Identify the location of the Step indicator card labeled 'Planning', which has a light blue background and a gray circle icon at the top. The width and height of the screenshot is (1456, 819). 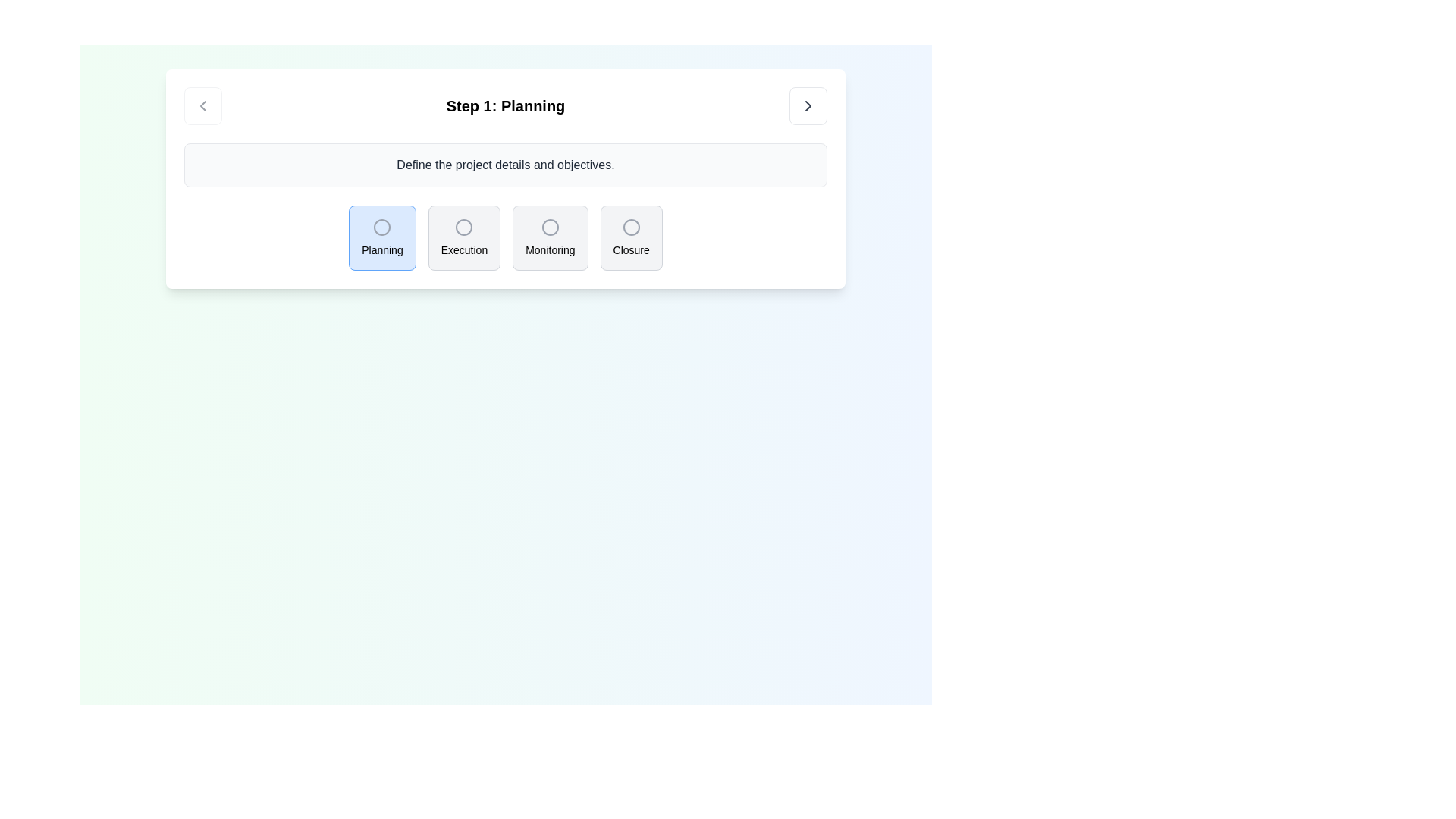
(382, 237).